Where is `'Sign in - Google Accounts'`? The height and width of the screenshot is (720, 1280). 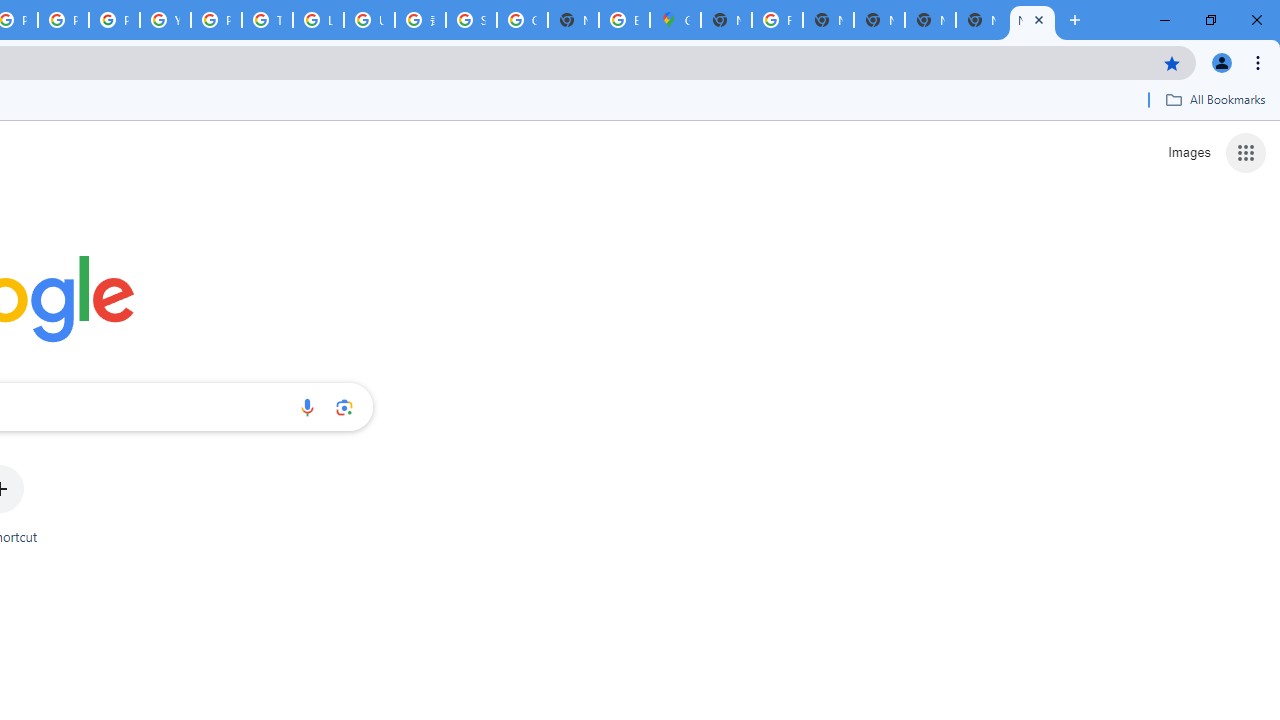
'Sign in - Google Accounts' is located at coordinates (470, 20).